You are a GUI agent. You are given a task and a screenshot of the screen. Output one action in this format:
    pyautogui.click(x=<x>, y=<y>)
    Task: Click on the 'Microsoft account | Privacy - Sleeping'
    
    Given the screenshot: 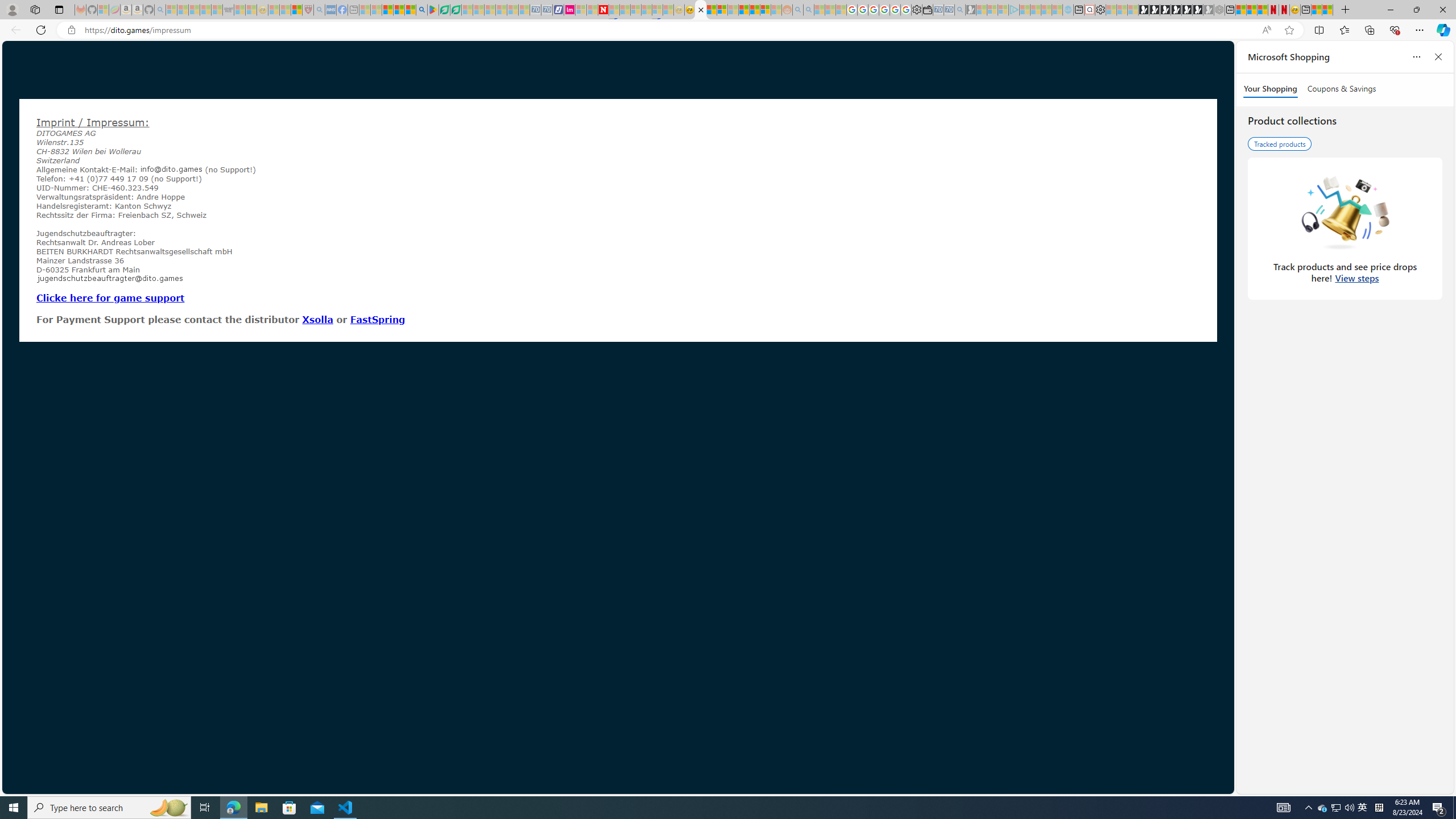 What is the action you would take?
    pyautogui.click(x=1002, y=9)
    